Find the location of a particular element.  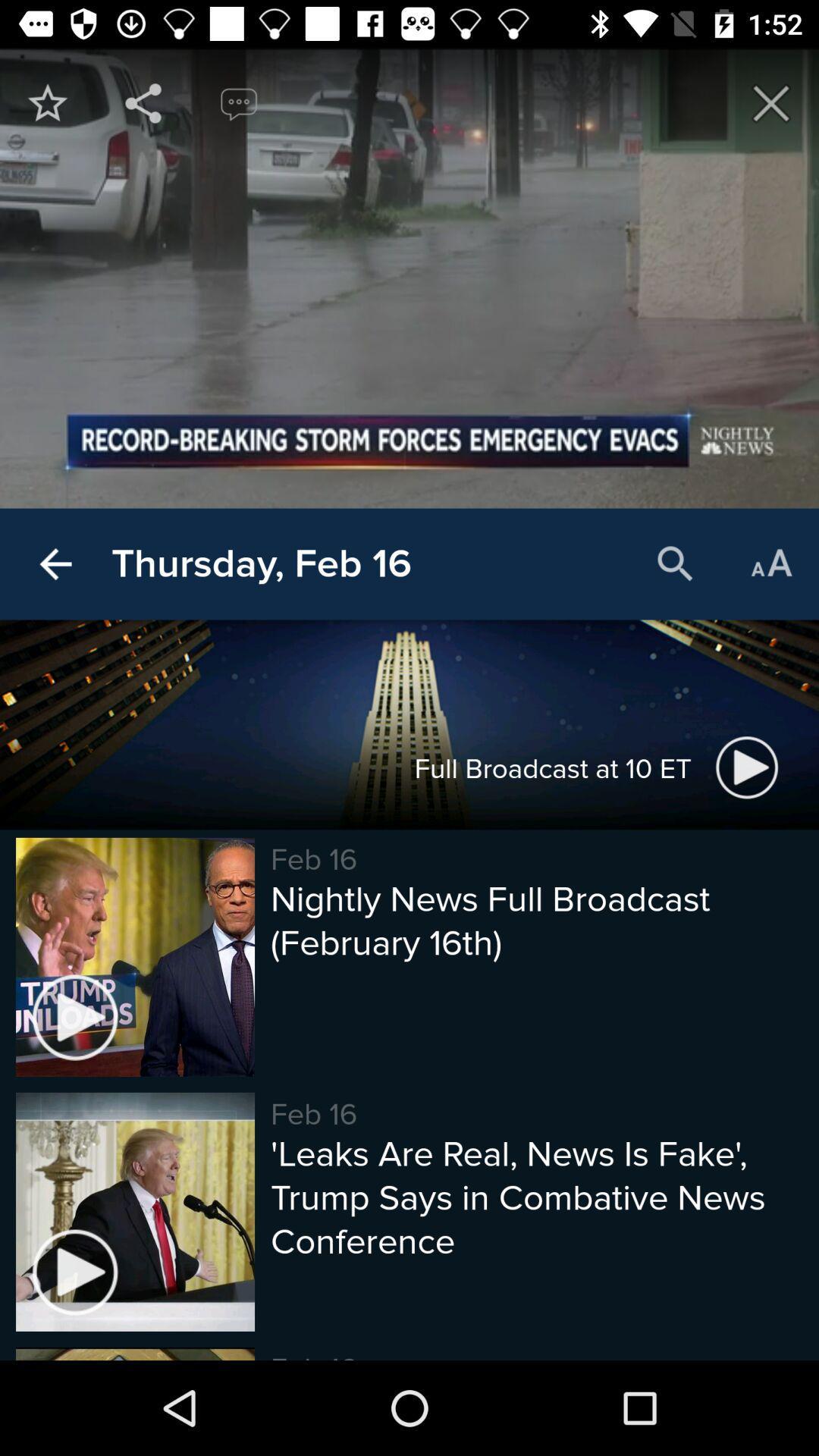

exit page is located at coordinates (771, 102).